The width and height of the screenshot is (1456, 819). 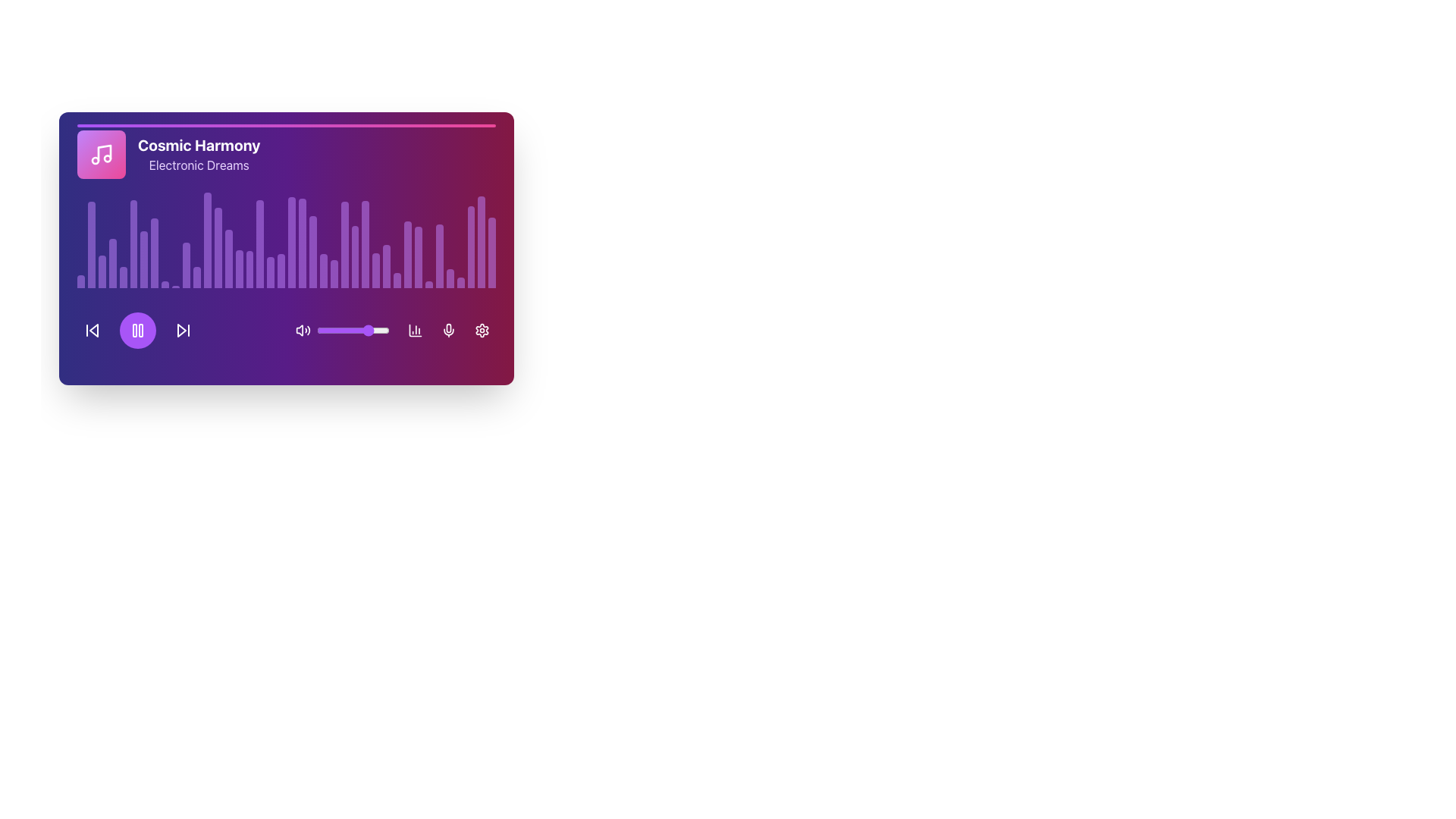 I want to click on the 29th vertical bar of the audio visualizer component, which indicates the intensity of a specific audio frequency, so click(x=407, y=253).